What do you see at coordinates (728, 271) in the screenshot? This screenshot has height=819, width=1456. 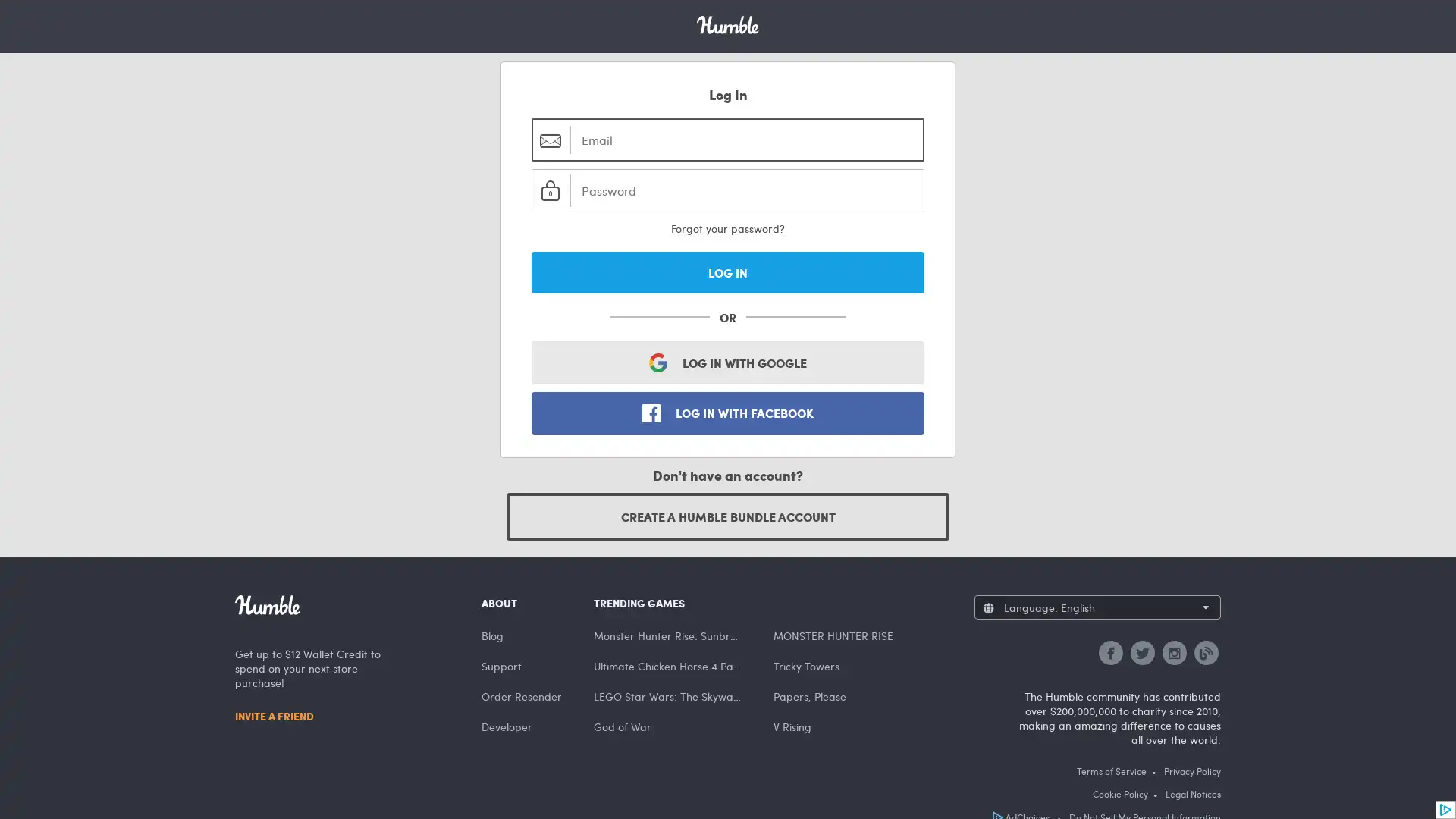 I see `LOG IN` at bounding box center [728, 271].